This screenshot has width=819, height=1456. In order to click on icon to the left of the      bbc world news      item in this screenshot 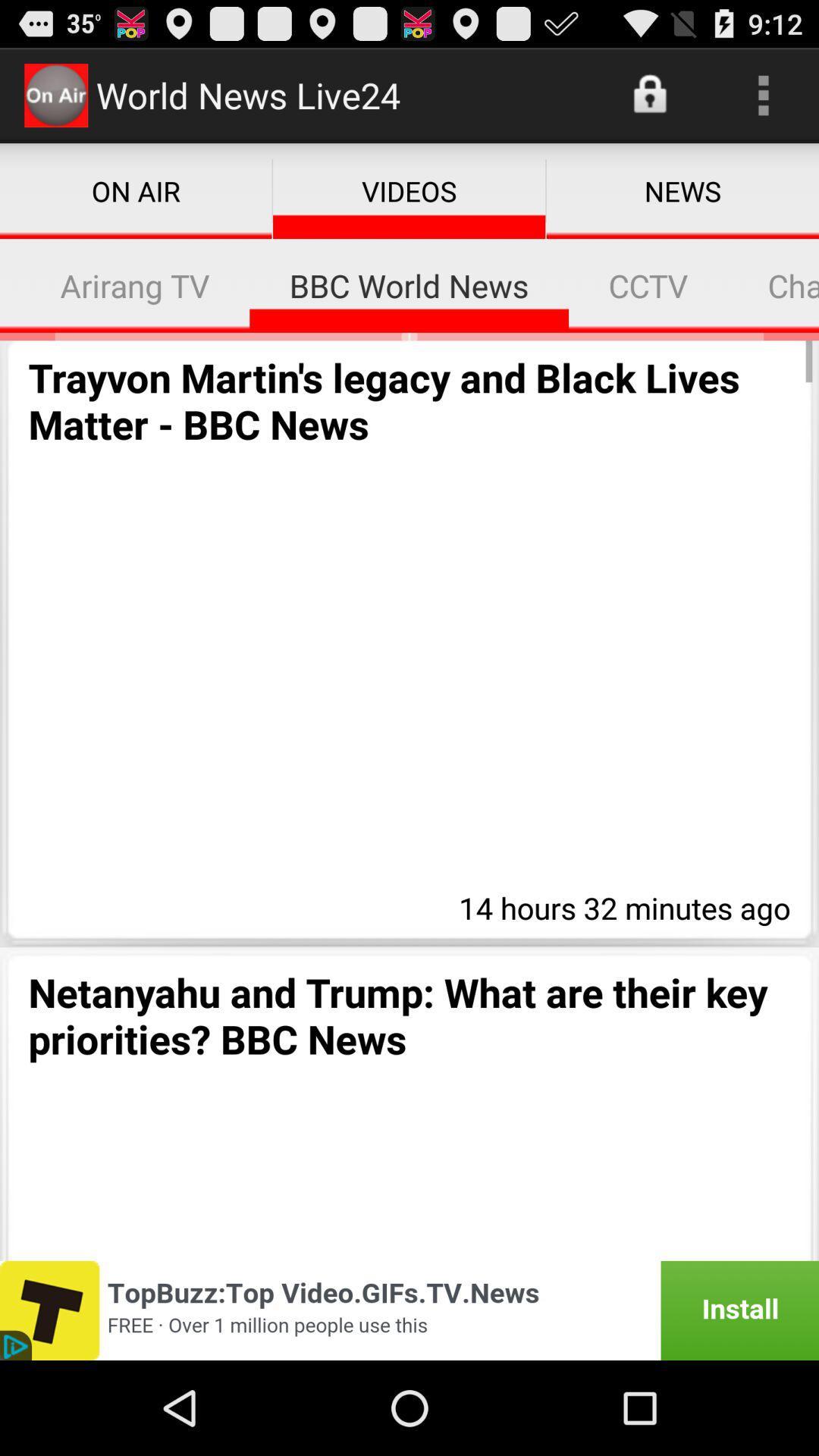, I will do `click(134, 285)`.